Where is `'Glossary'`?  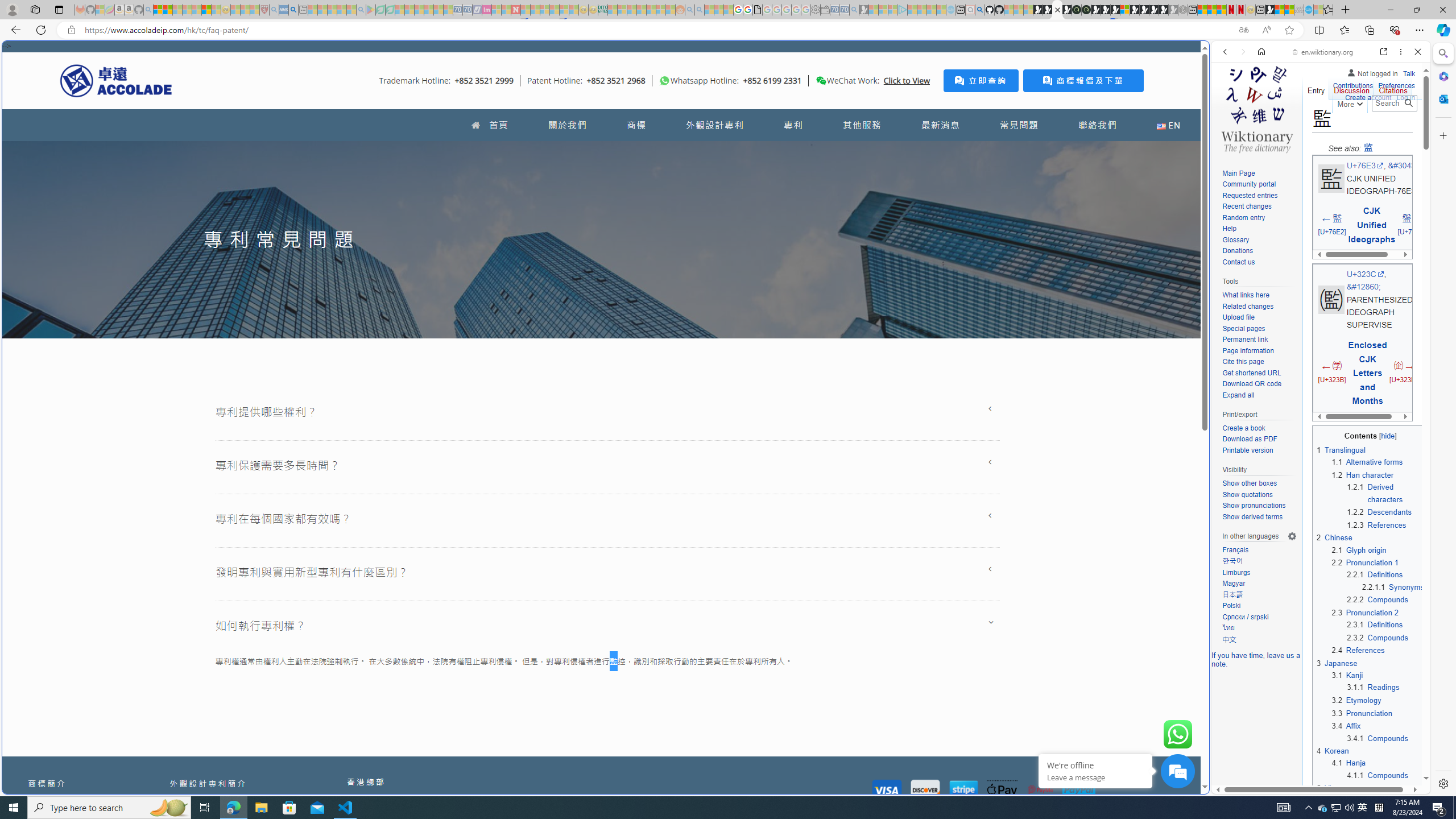
'Glossary' is located at coordinates (1235, 239).